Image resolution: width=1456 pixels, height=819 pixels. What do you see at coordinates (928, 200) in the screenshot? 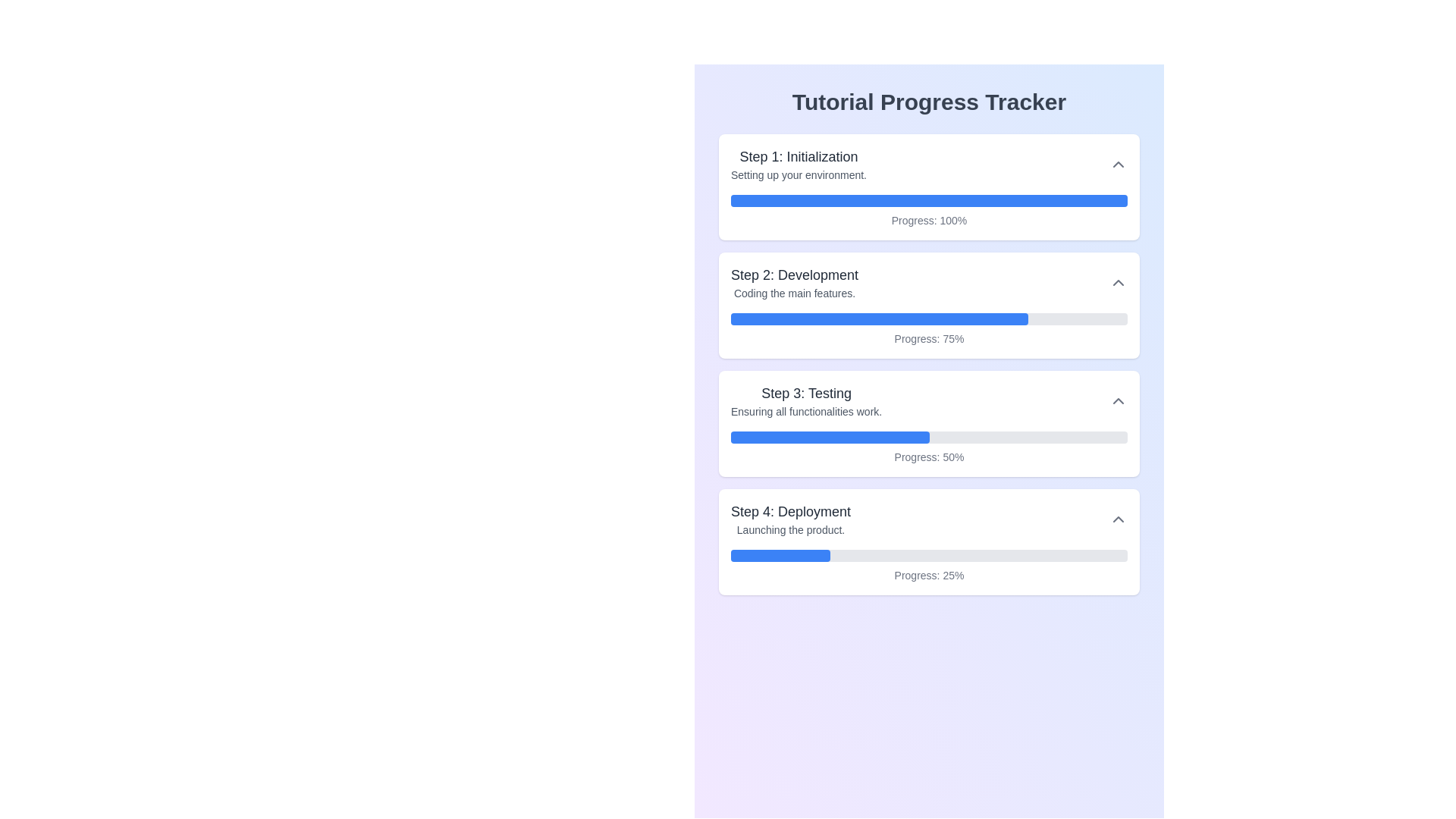
I see `the first progress bar in the 'Step 1: Initialization' card that indicates a completion of 100%` at bounding box center [928, 200].